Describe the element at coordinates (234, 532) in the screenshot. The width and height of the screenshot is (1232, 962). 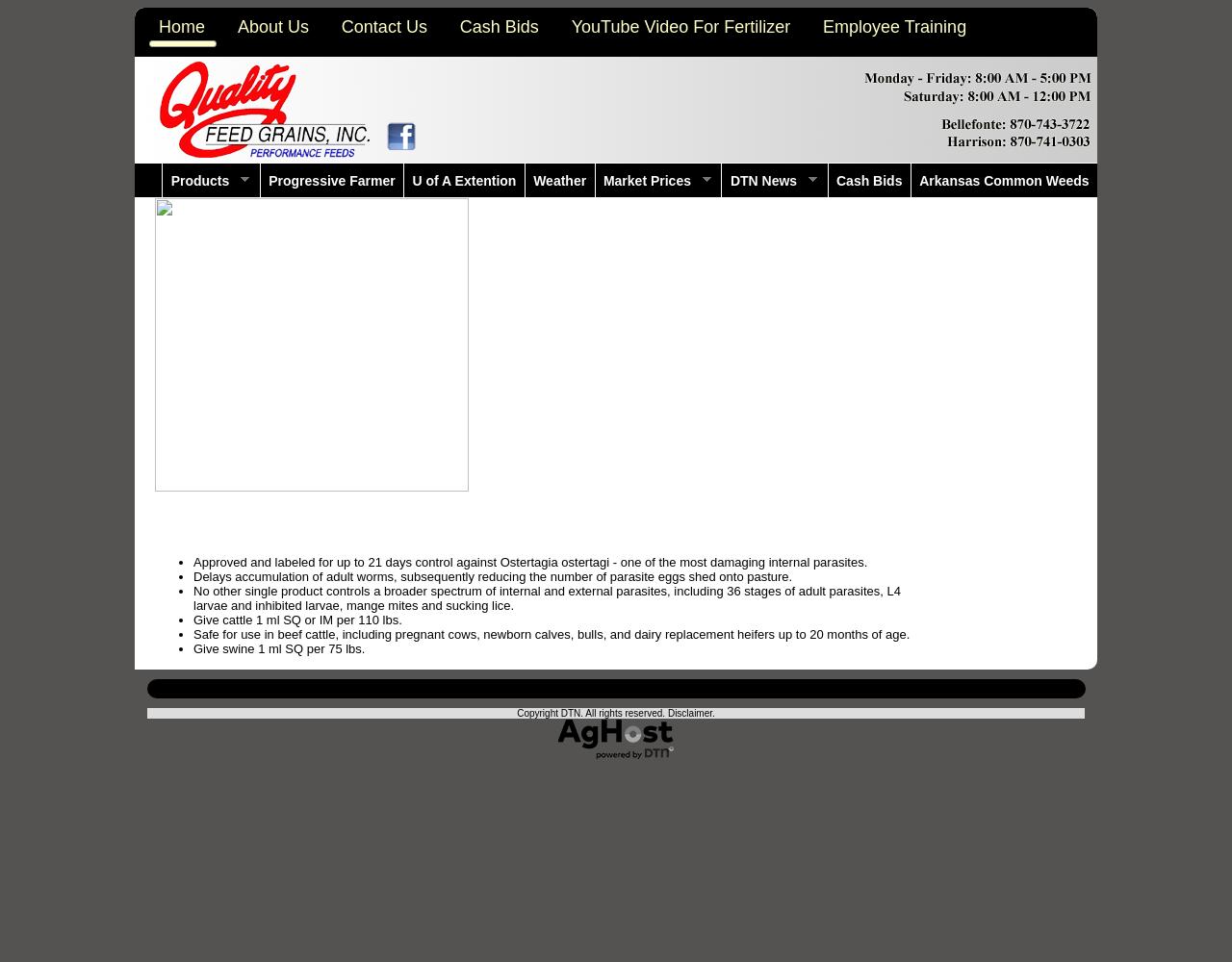
I see `'Dectomax Injectable (*)'` at that location.